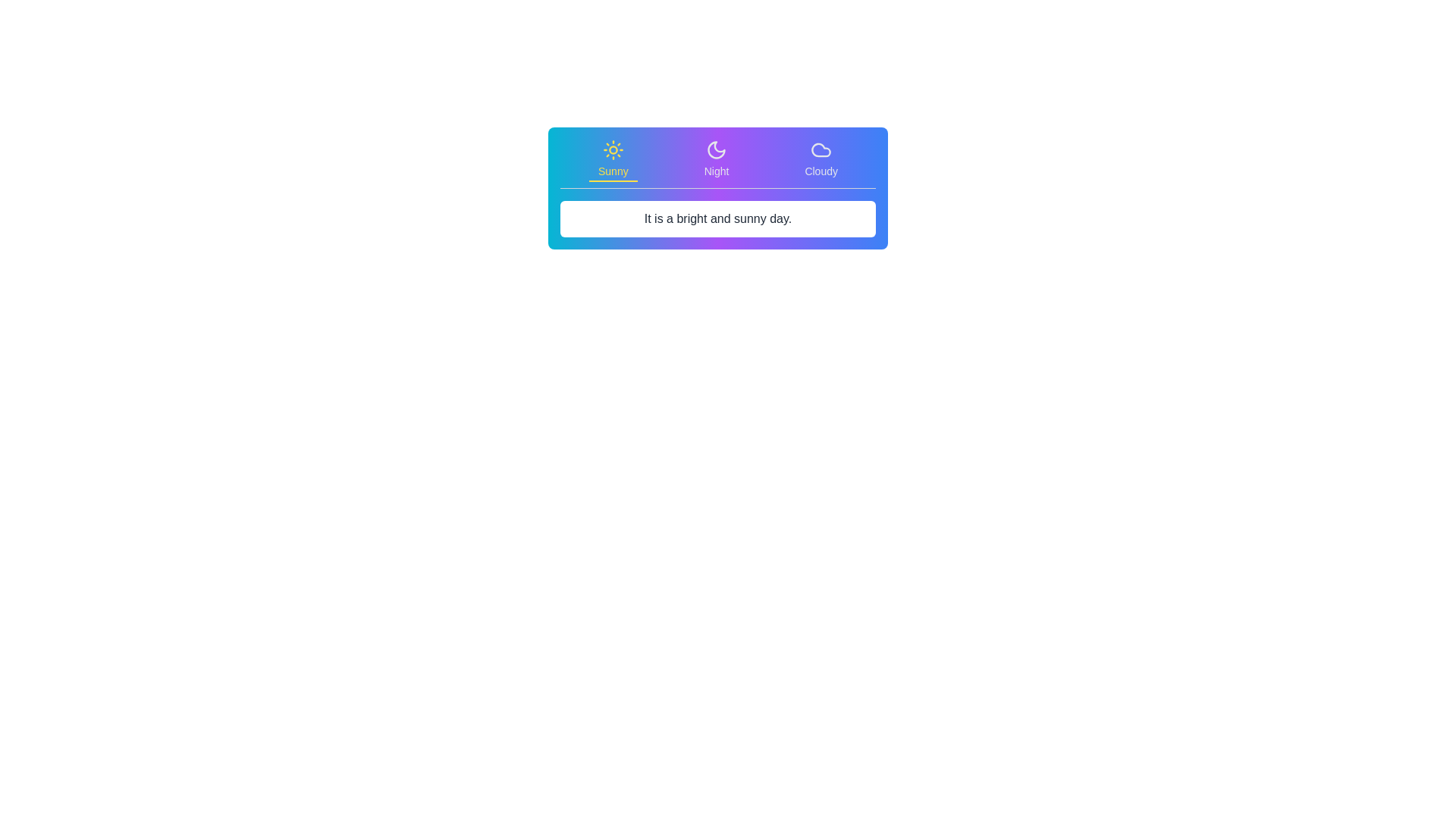 The width and height of the screenshot is (1456, 819). What do you see at coordinates (821, 171) in the screenshot?
I see `the text label indicating the weather condition 'Cloudy', which is the third option in a horizontal row of weather selections` at bounding box center [821, 171].